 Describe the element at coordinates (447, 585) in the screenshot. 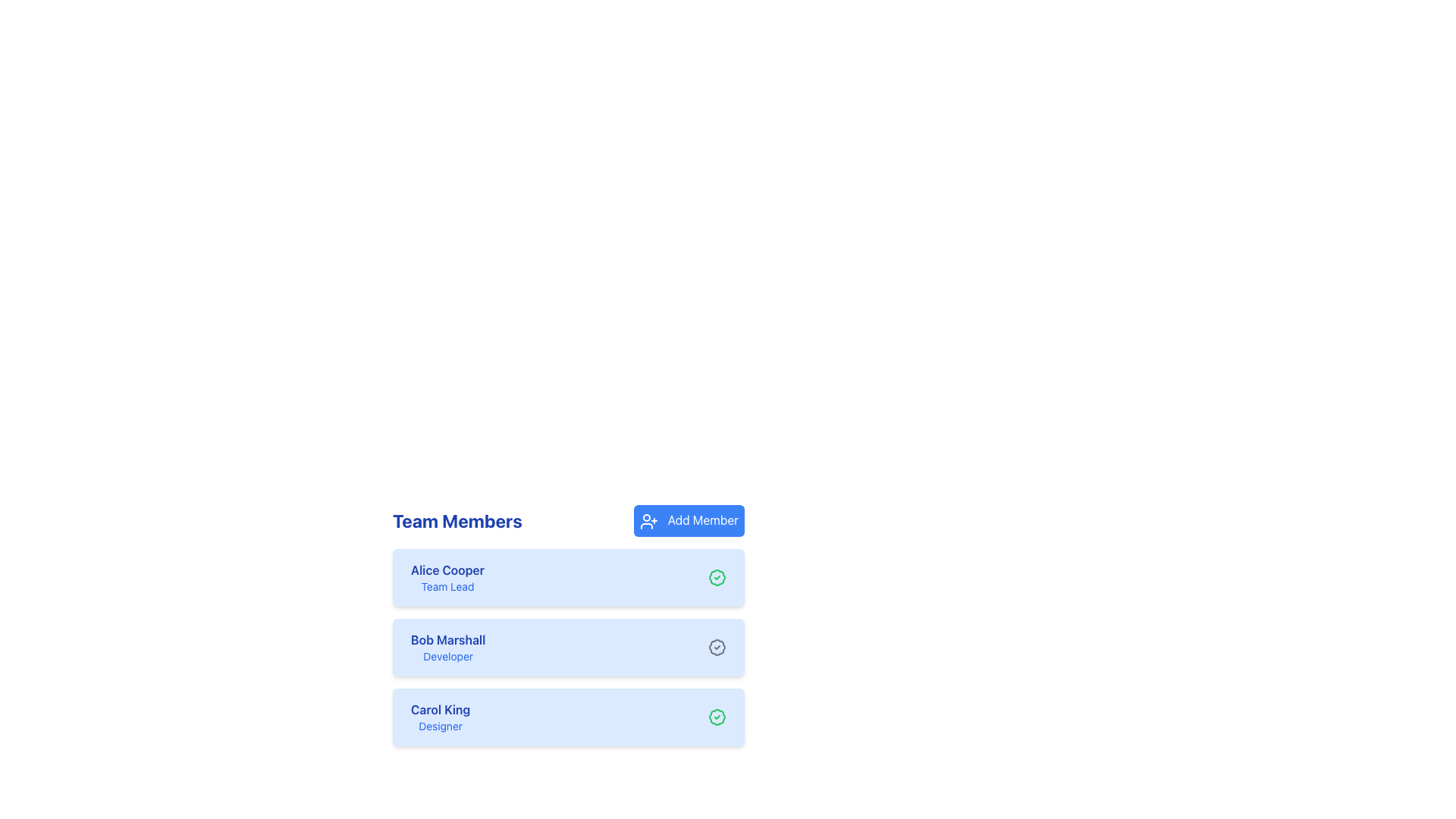

I see `text label displaying 'Team Lead', which is styled in small blue font against a lighter background, located below 'Alice Cooper'` at that location.